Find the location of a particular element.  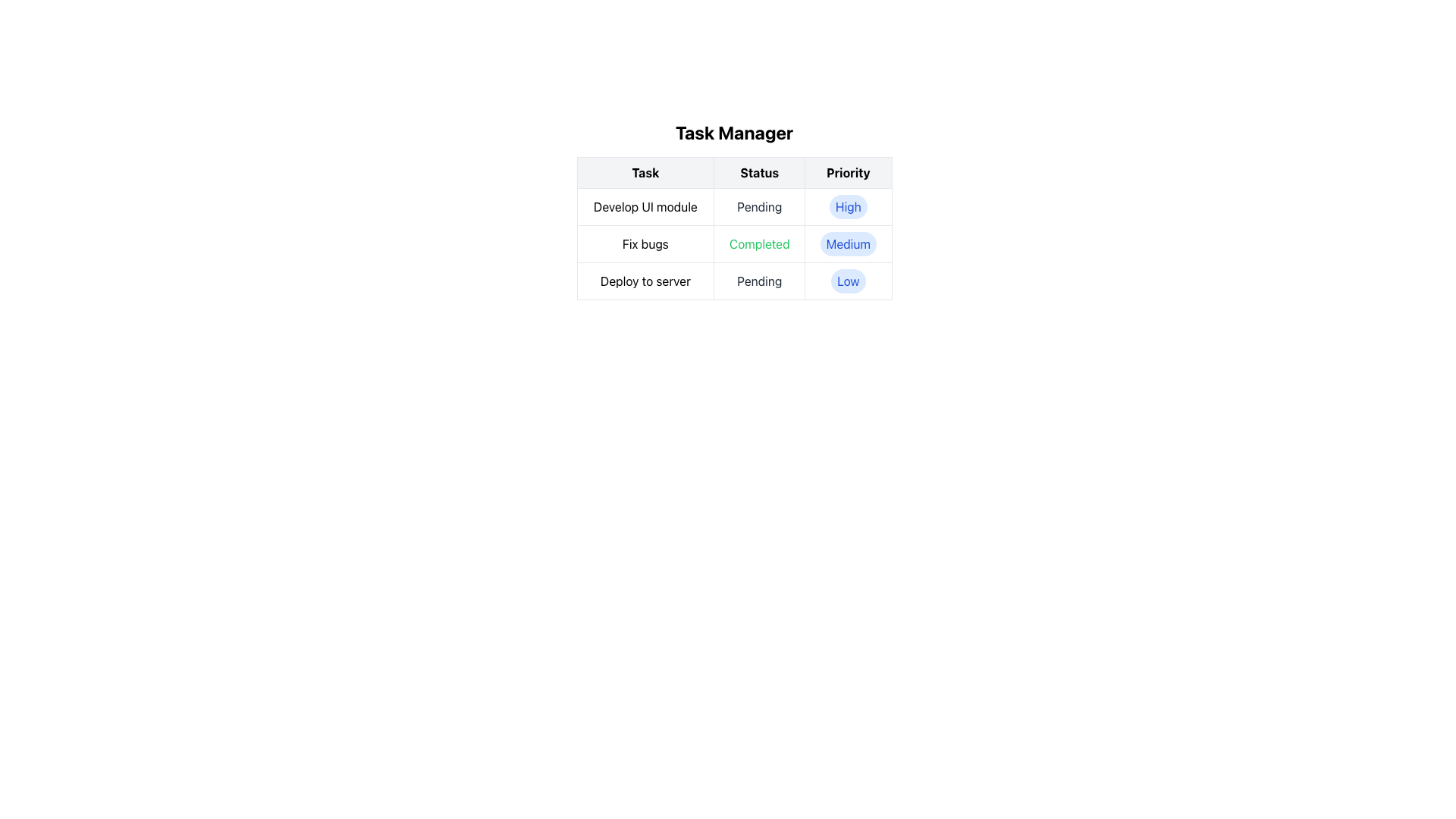

the 'Low' pill-shaped text label is located at coordinates (847, 281).